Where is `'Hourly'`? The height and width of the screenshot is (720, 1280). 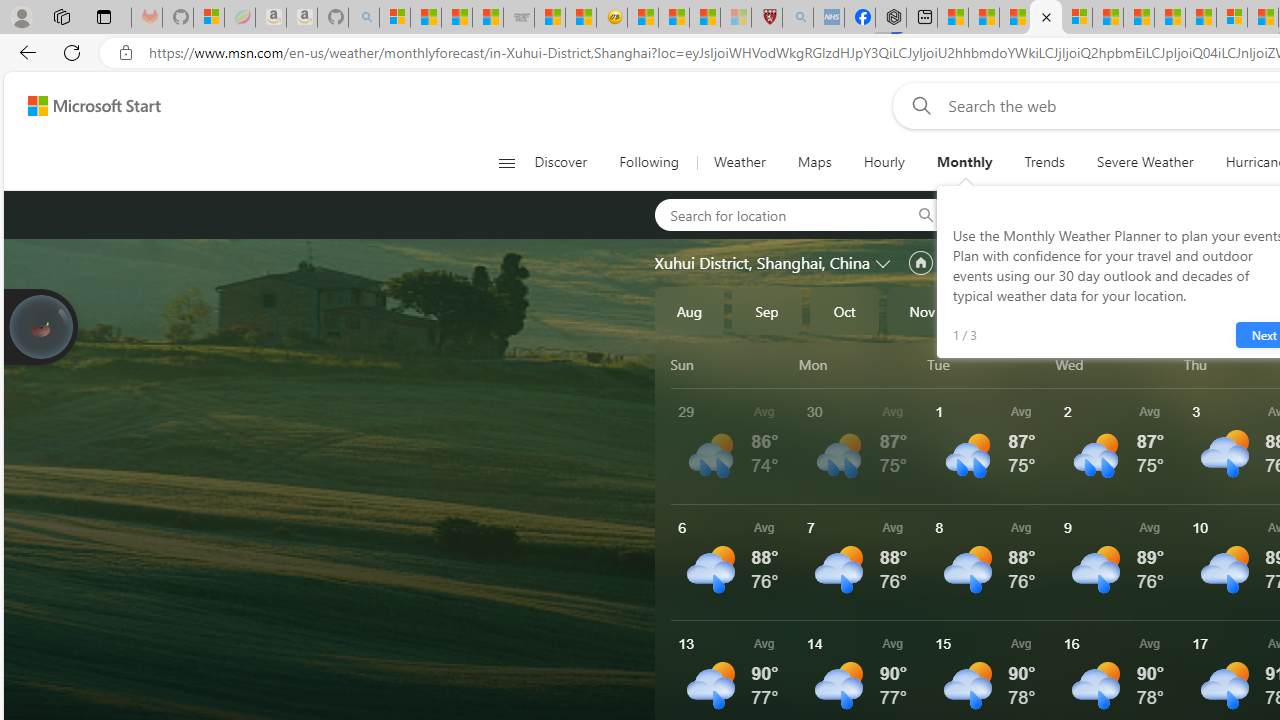 'Hourly' is located at coordinates (883, 162).